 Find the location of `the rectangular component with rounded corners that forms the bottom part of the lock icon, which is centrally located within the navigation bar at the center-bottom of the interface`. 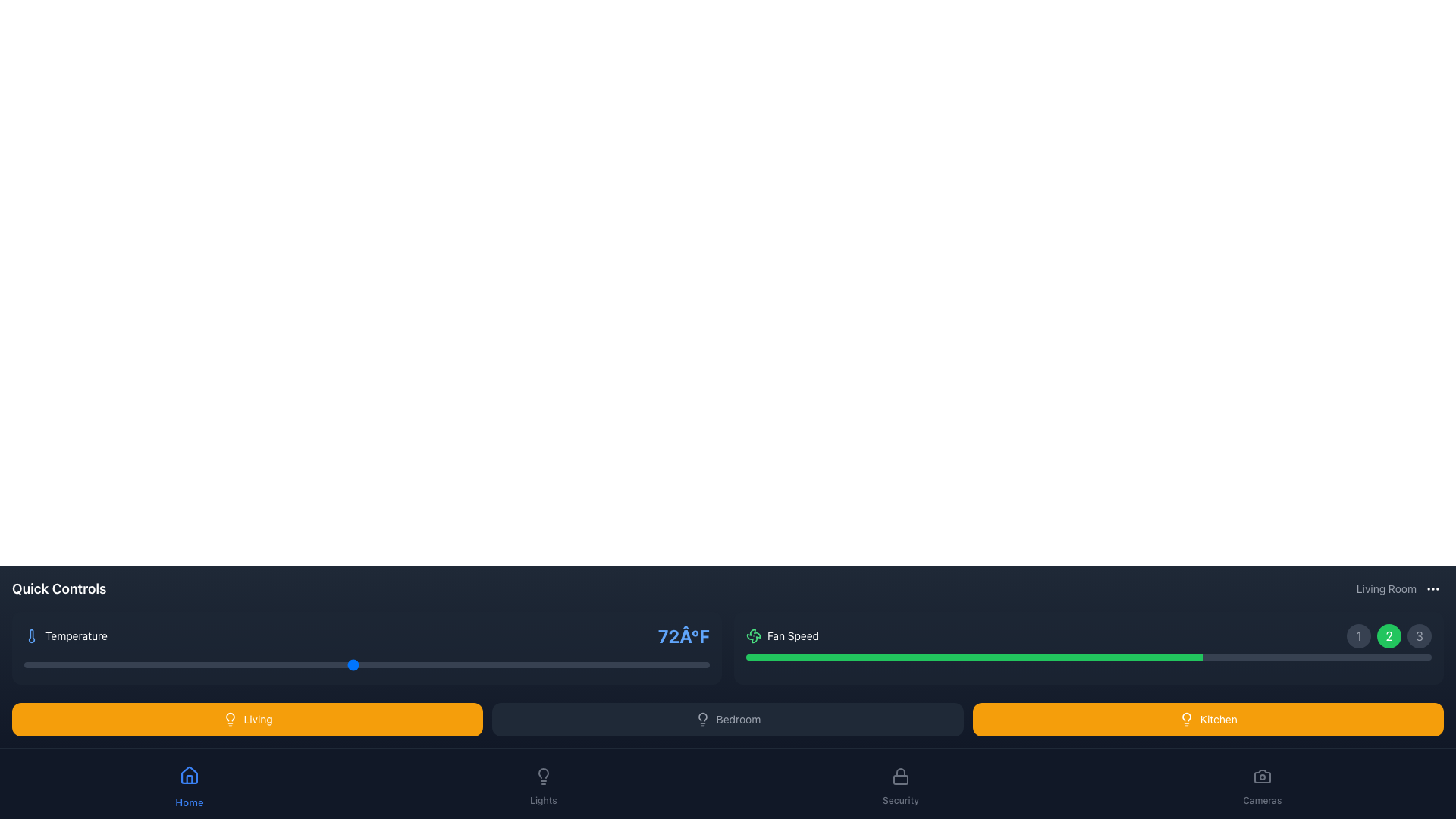

the rectangular component with rounded corners that forms the bottom part of the lock icon, which is centrally located within the navigation bar at the center-bottom of the interface is located at coordinates (901, 780).